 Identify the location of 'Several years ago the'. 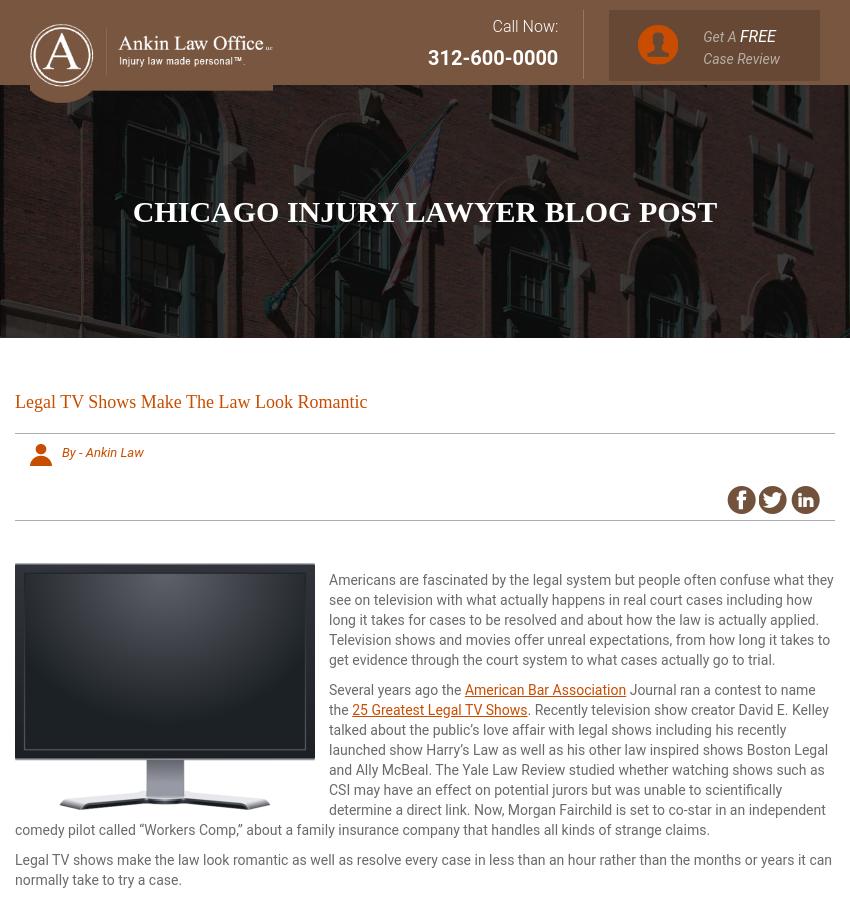
(329, 689).